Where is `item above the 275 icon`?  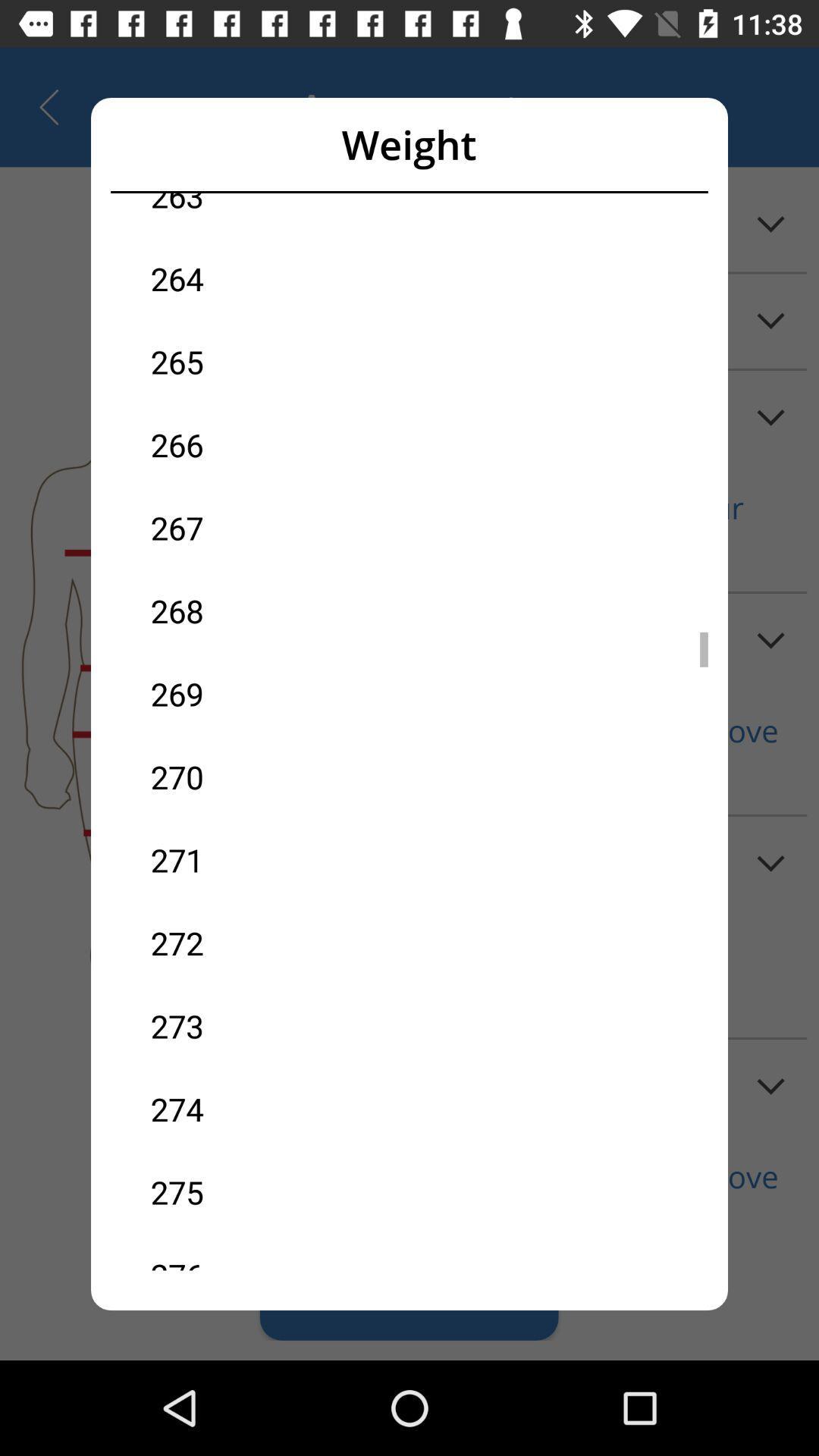 item above the 275 icon is located at coordinates (280, 1109).